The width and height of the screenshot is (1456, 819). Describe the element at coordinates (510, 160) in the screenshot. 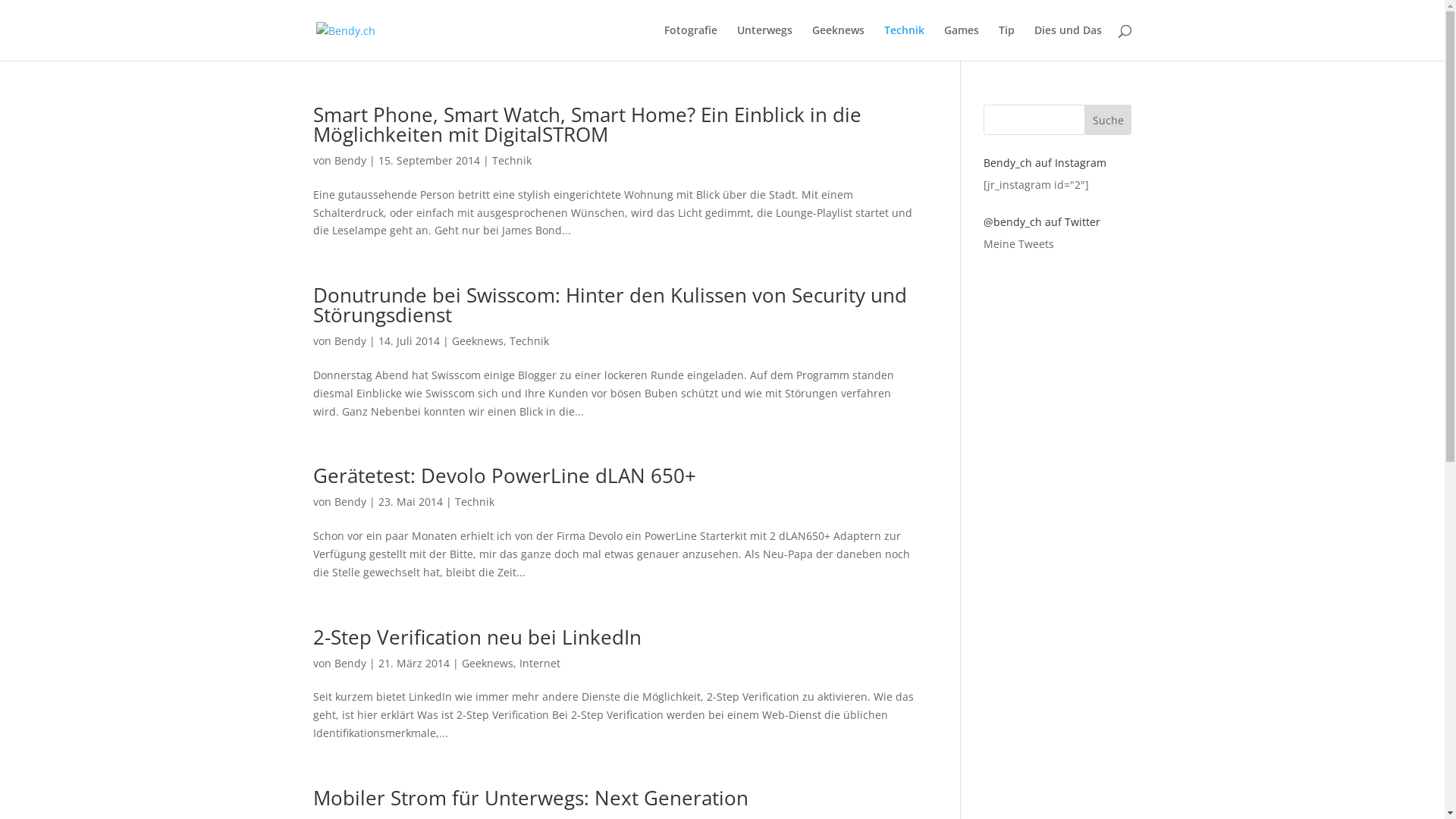

I see `'Technik'` at that location.